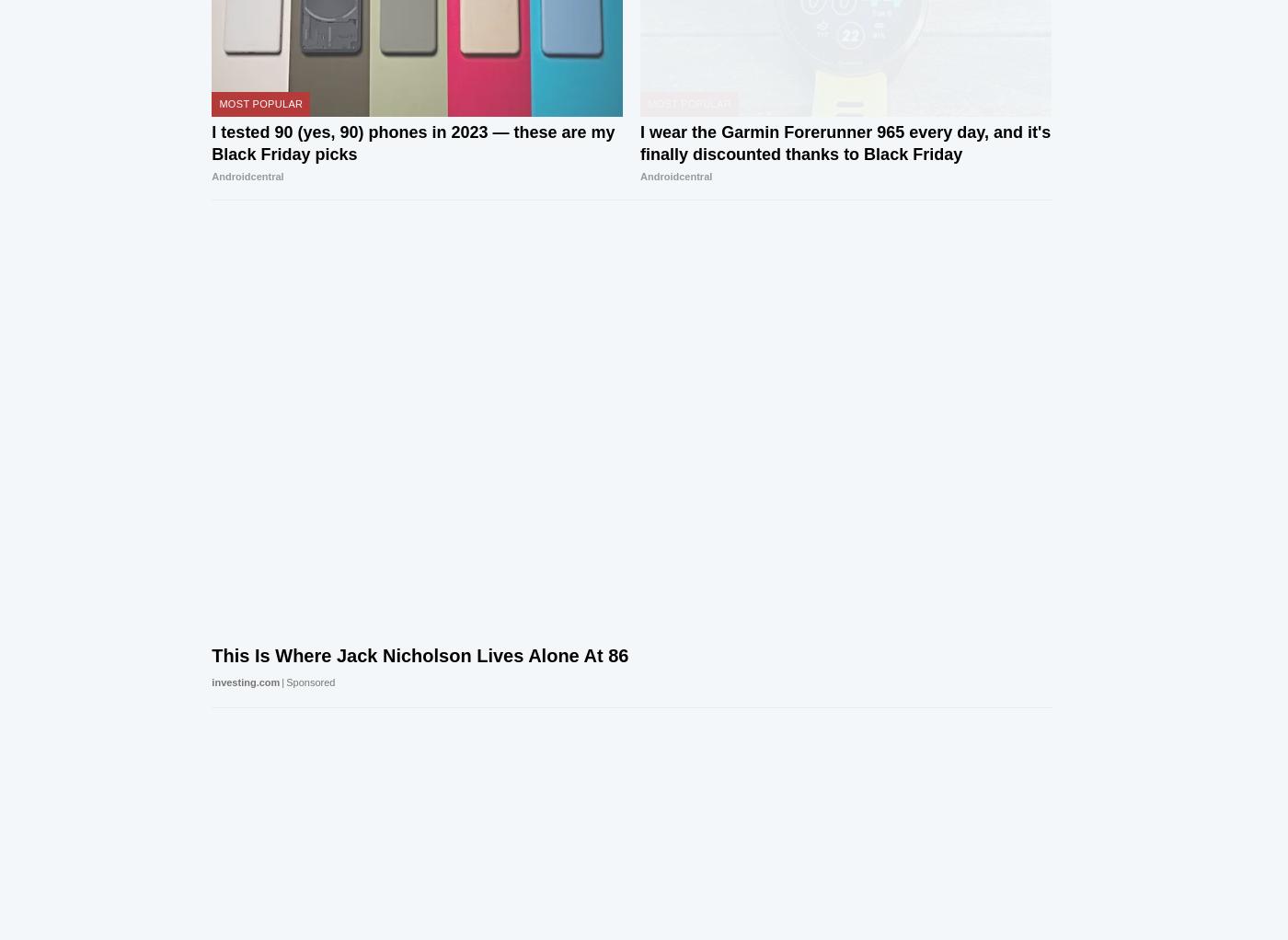 The height and width of the screenshot is (940, 1288). Describe the element at coordinates (882, 788) in the screenshot. I see `'Visit our corporate site'` at that location.